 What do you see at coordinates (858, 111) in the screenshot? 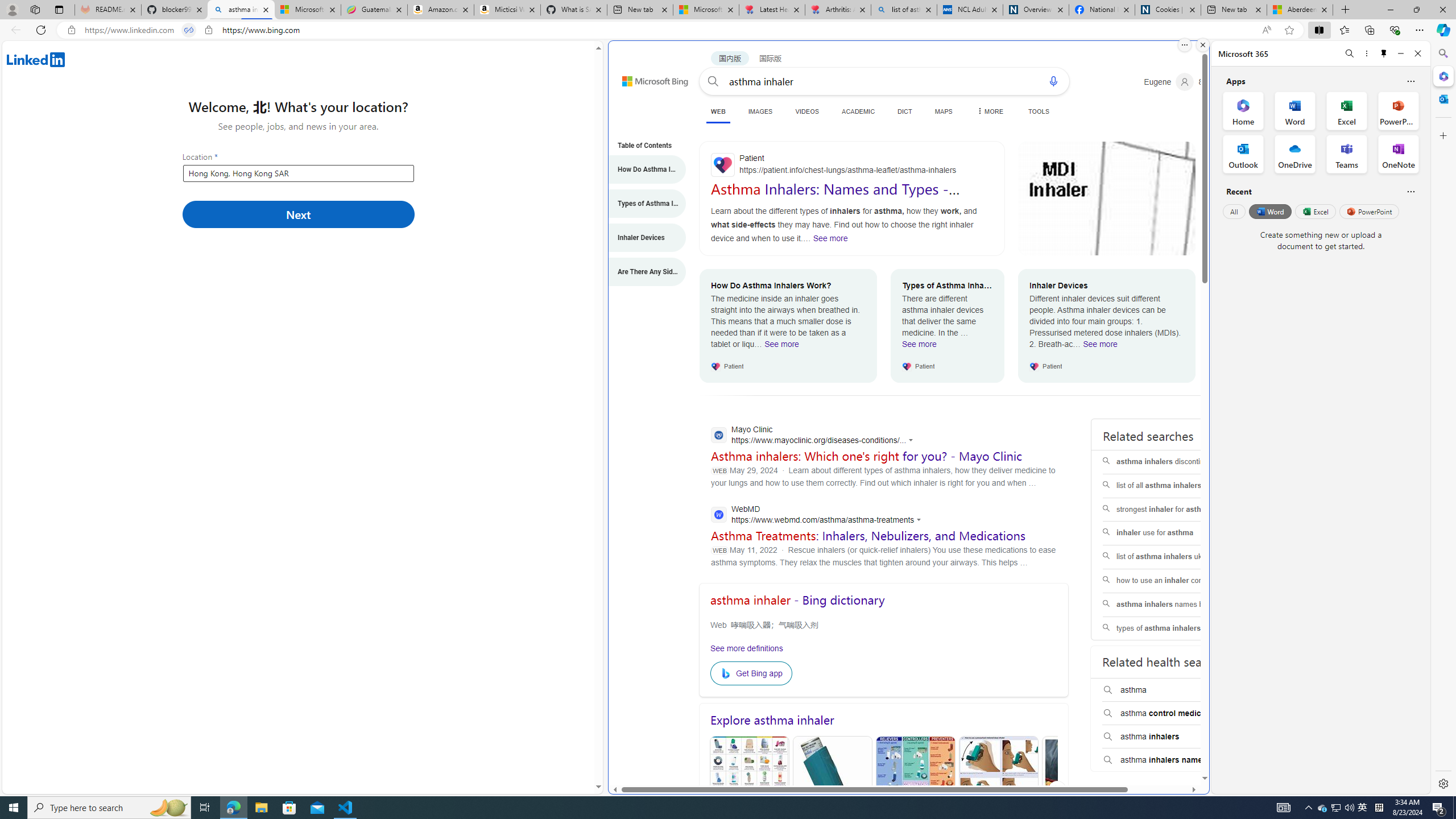
I see `'ACADEMIC'` at bounding box center [858, 111].